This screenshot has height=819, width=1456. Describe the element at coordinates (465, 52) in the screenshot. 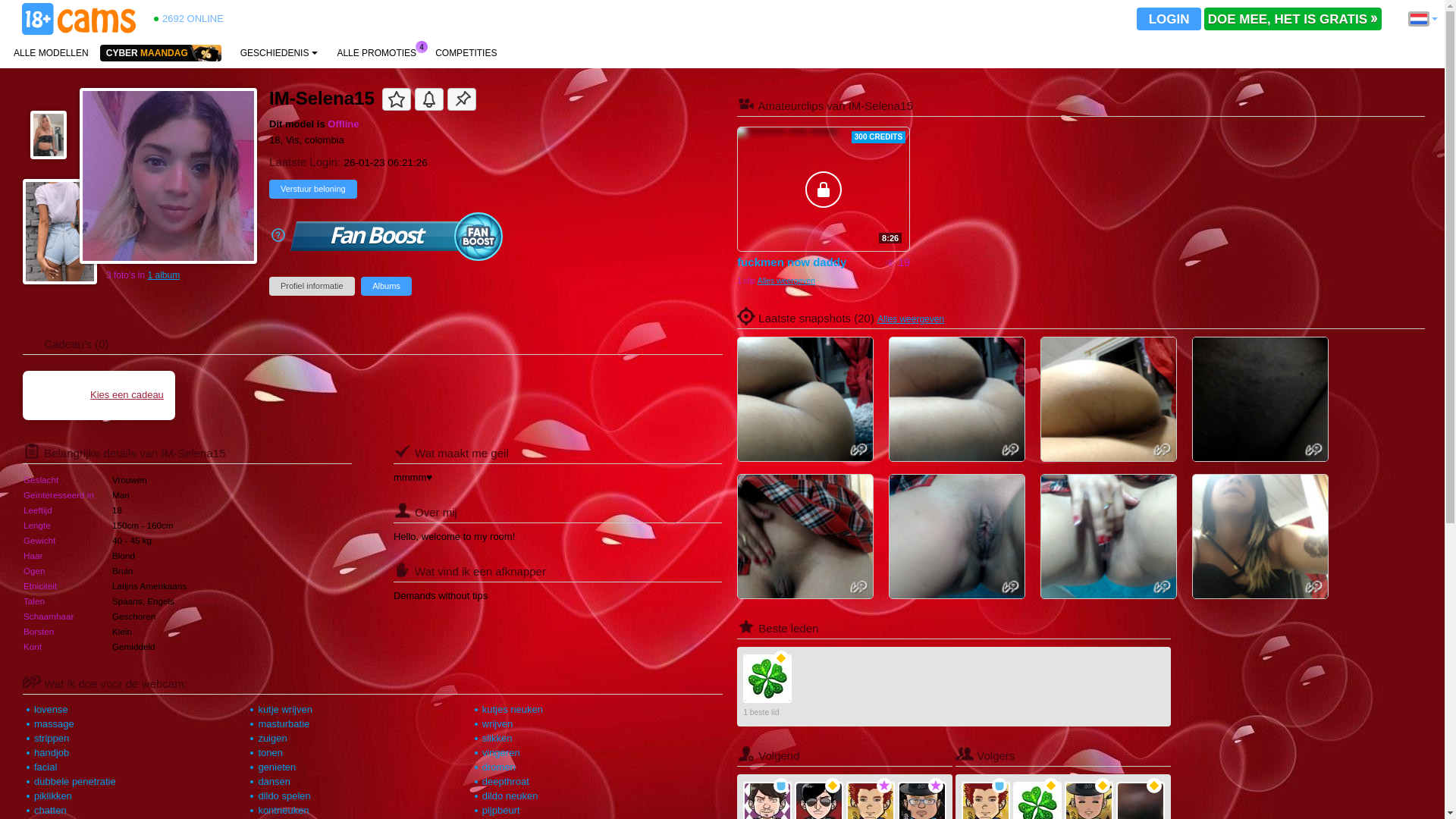

I see `'COMPETITIES'` at that location.